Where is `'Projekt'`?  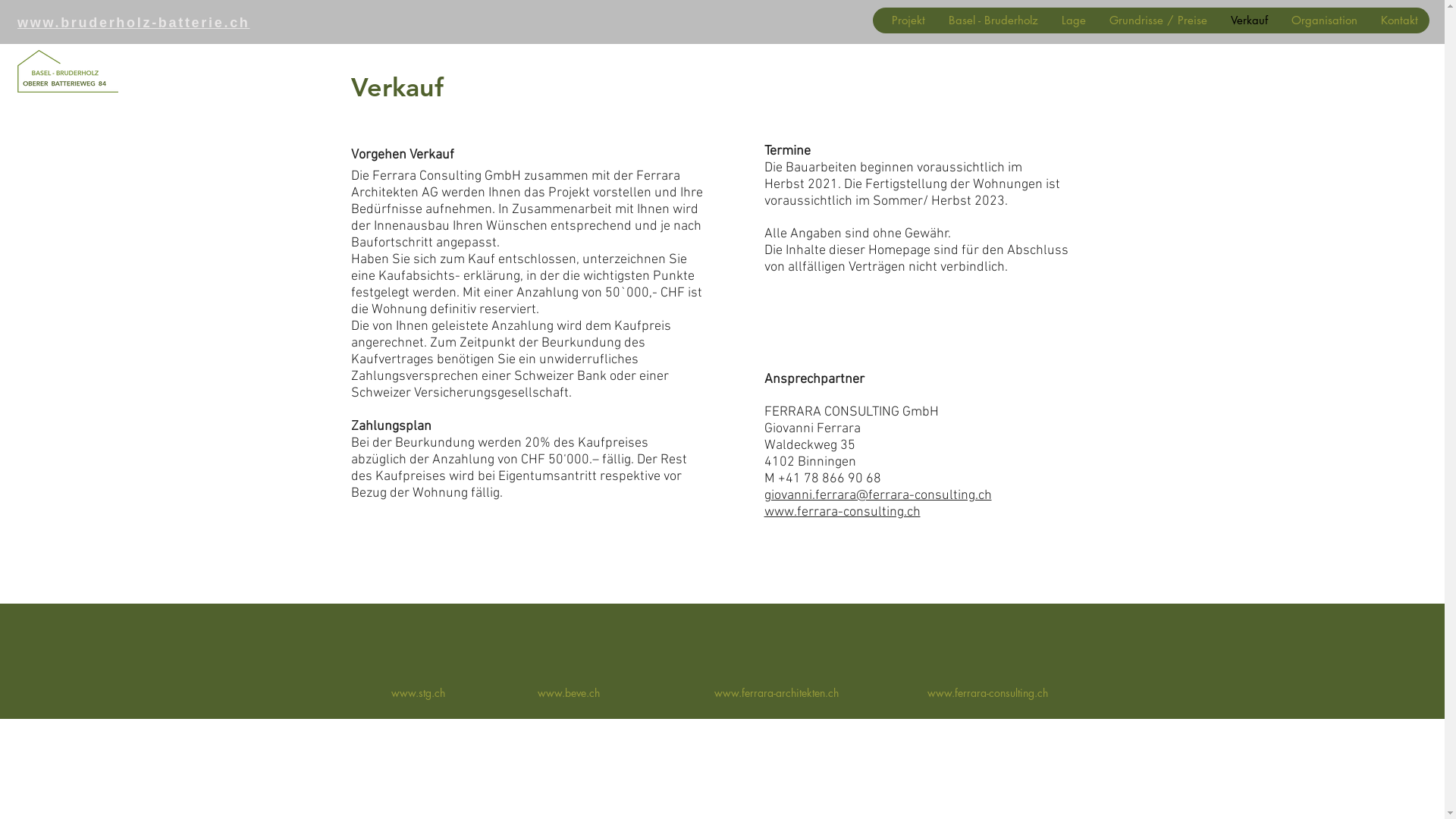 'Projekt' is located at coordinates (908, 20).